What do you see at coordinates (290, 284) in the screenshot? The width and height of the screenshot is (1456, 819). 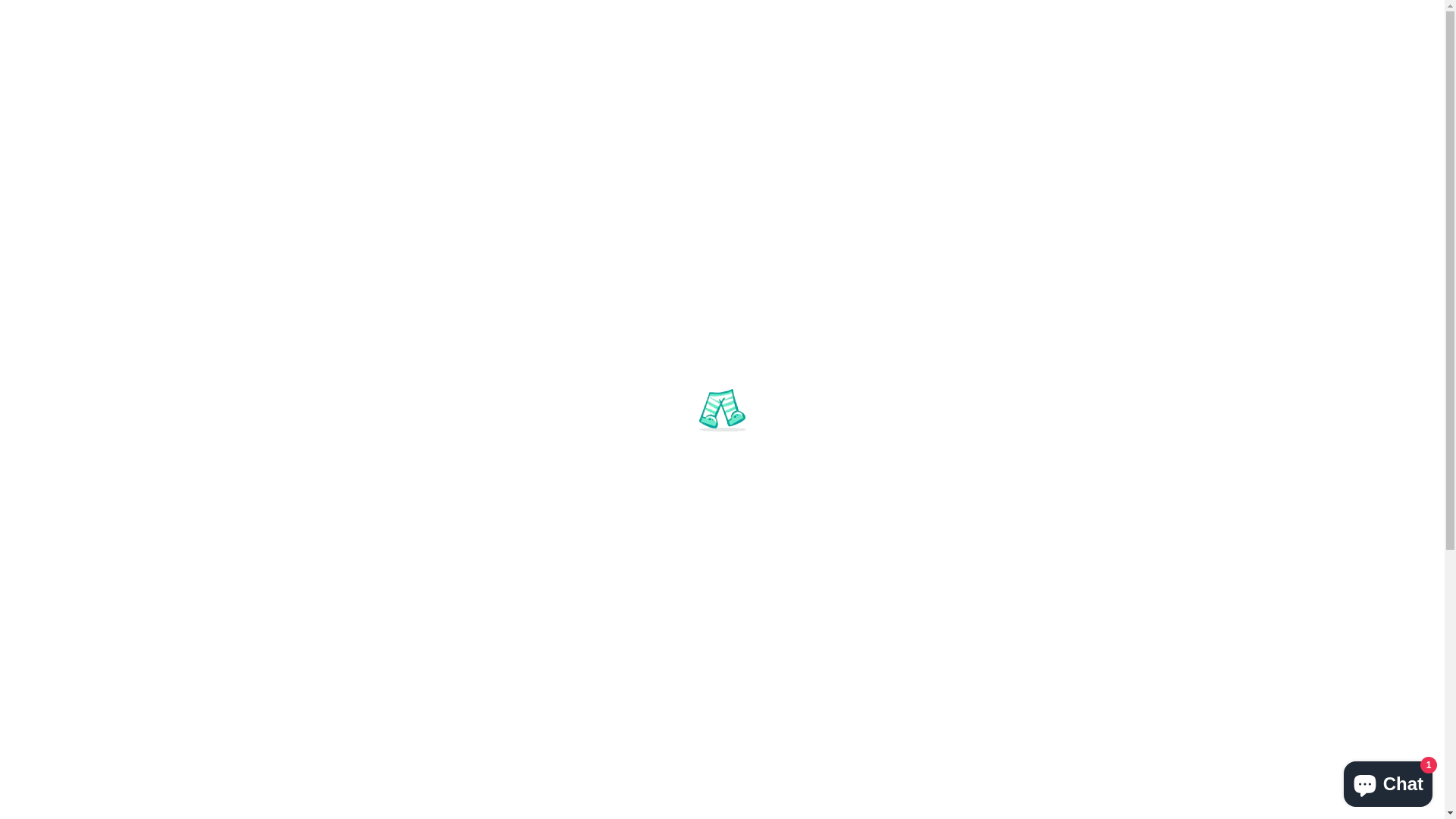 I see `'Home'` at bounding box center [290, 284].